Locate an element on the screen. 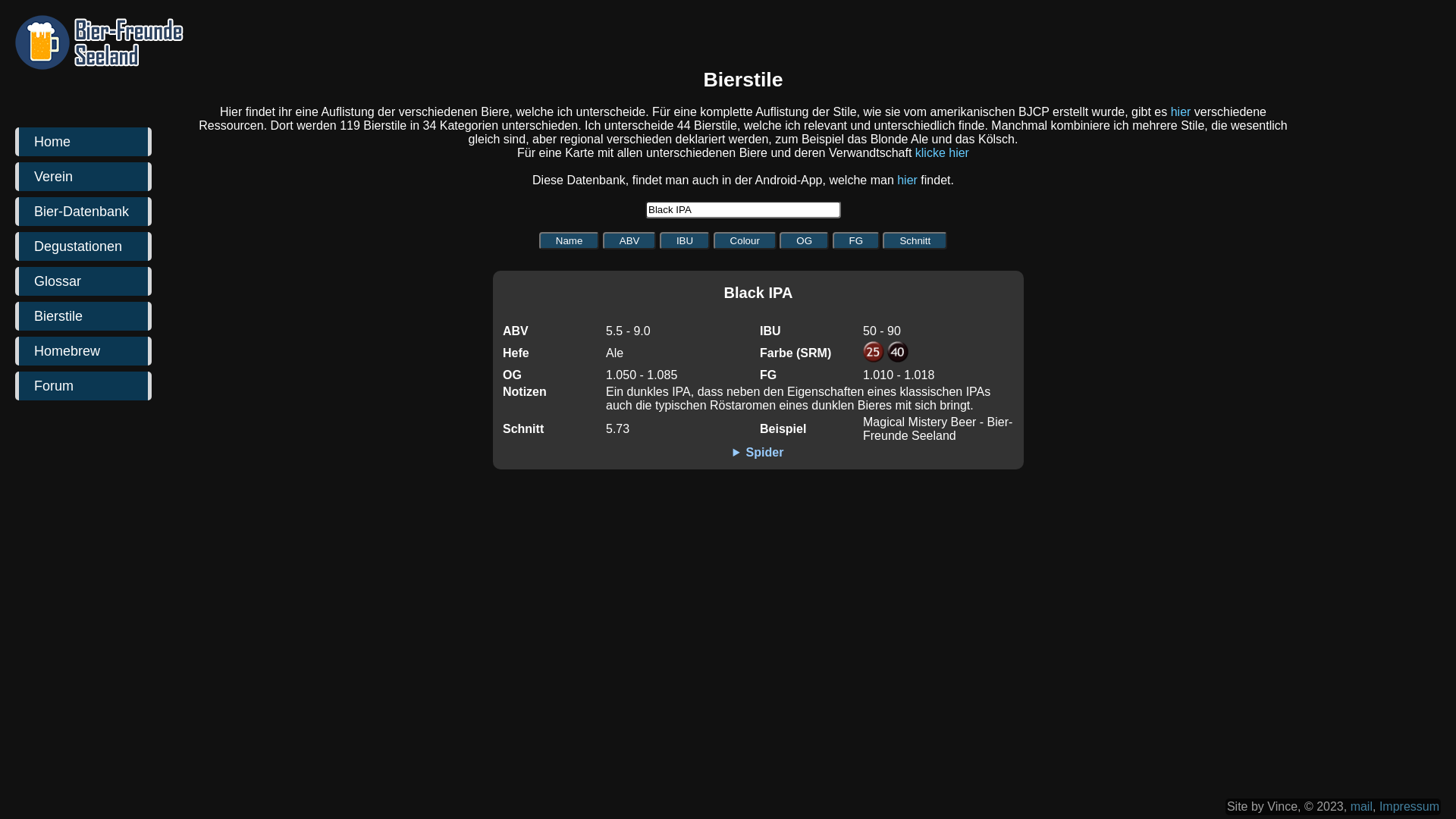  'FG' is located at coordinates (856, 240).